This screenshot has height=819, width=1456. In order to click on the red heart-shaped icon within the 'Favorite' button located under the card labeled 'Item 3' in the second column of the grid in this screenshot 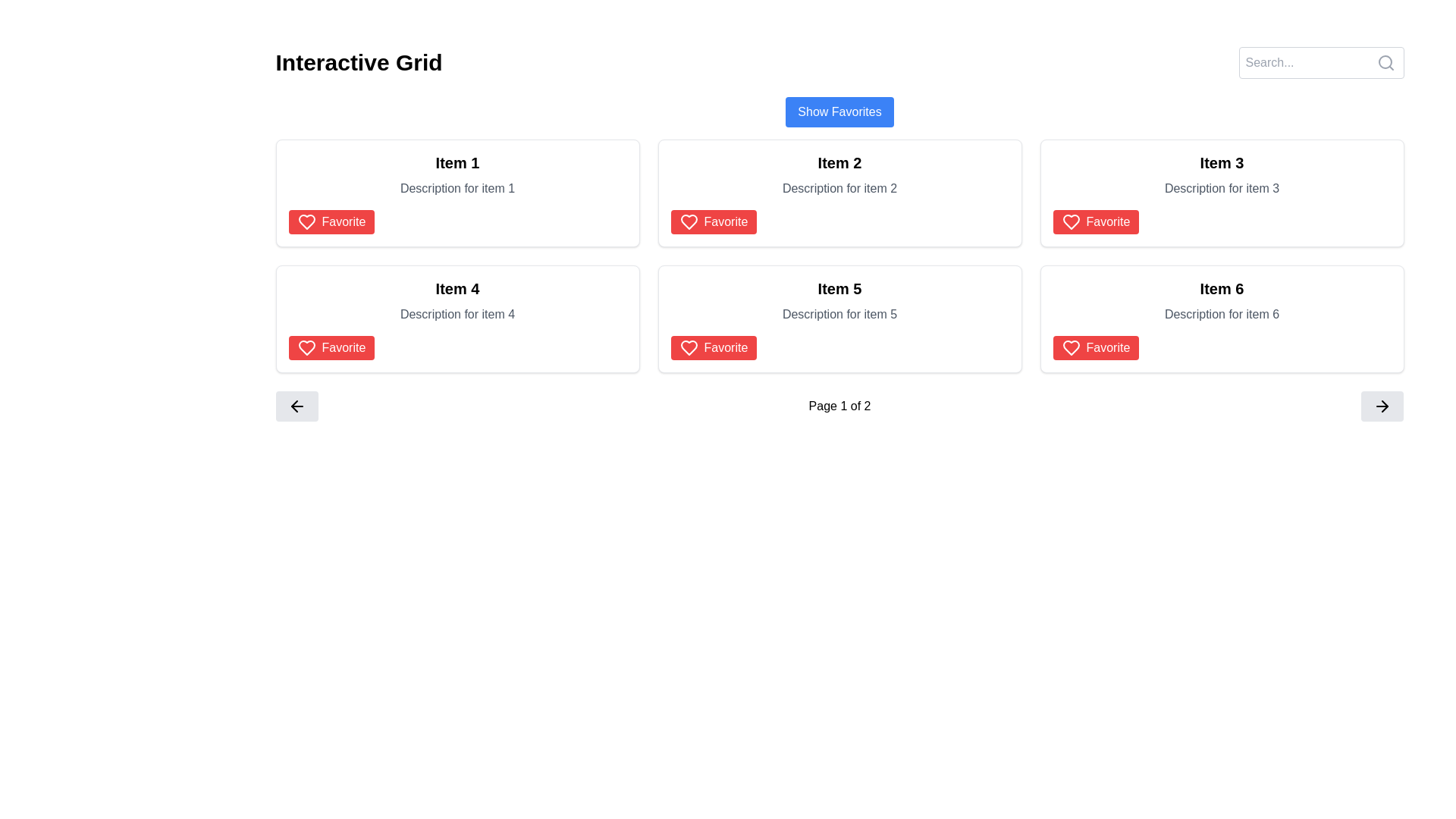, I will do `click(1070, 222)`.